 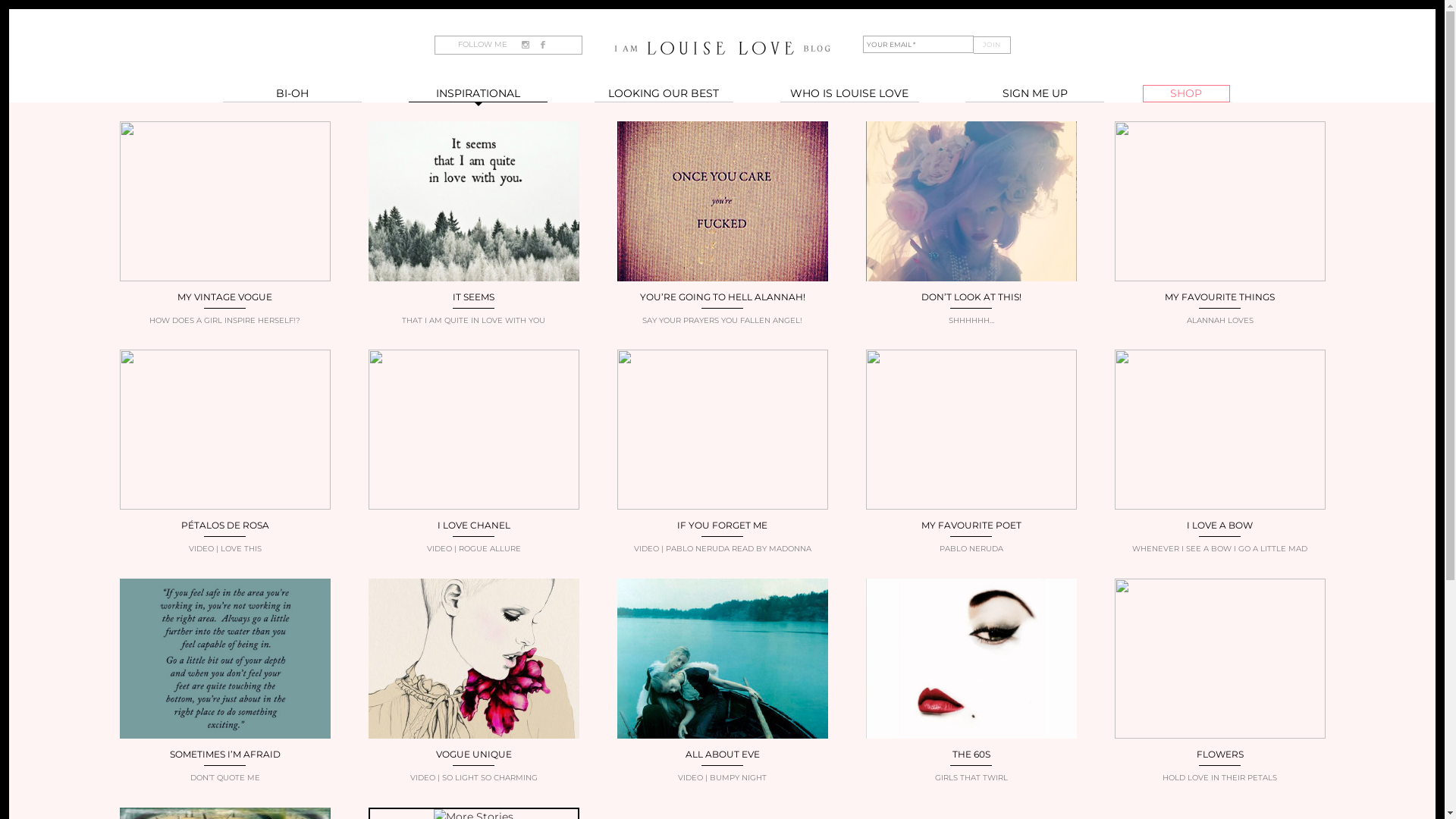 What do you see at coordinates (224, 319) in the screenshot?
I see `'HOW DOES A GIRL INSPIRE HERSELF!?'` at bounding box center [224, 319].